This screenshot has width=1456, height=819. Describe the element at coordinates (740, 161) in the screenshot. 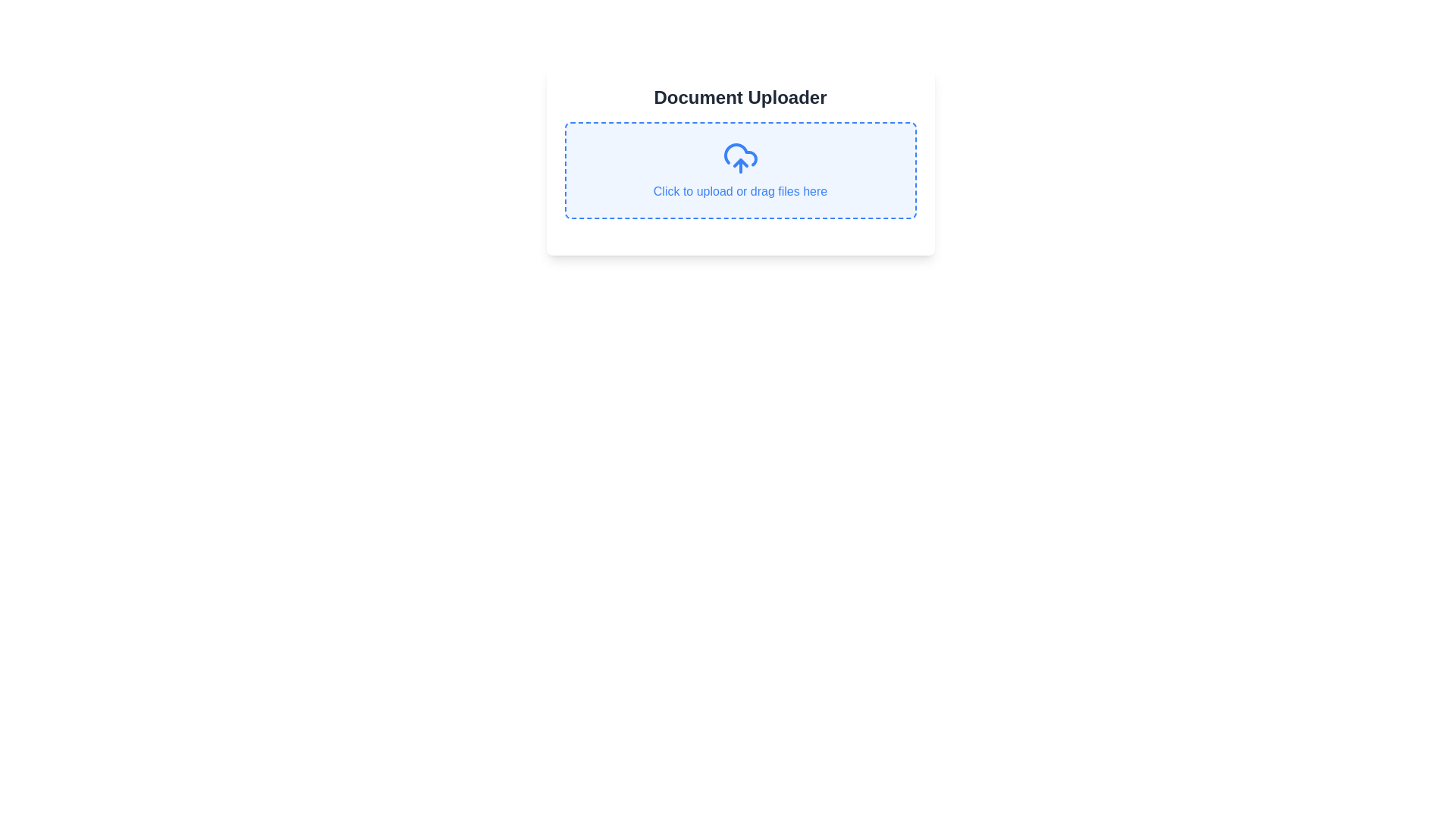

I see `the 'Document Uploader' component` at that location.